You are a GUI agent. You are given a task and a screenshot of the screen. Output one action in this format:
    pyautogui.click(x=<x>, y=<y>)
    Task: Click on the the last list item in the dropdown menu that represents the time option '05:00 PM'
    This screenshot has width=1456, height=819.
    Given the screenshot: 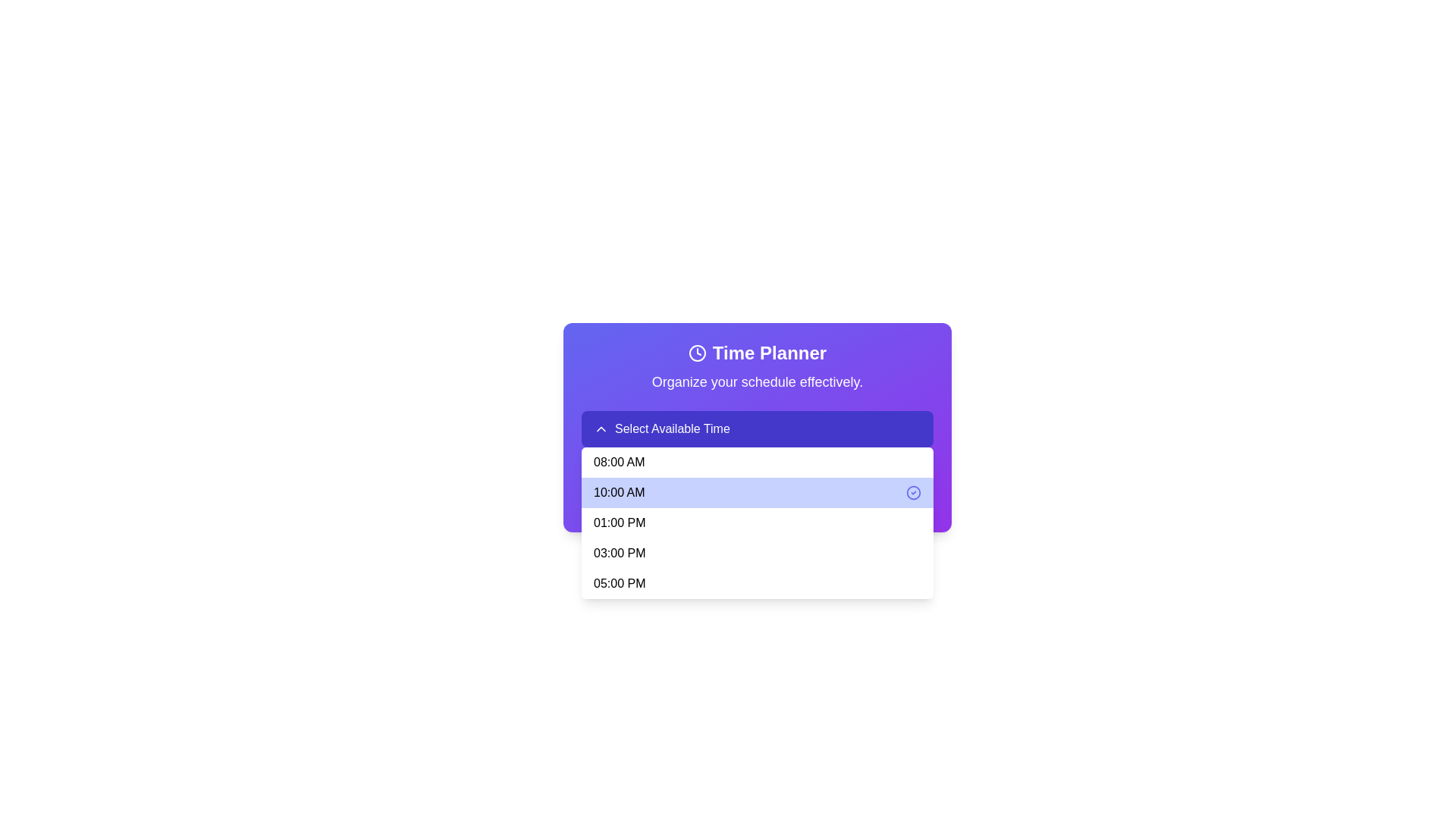 What is the action you would take?
    pyautogui.click(x=757, y=583)
    